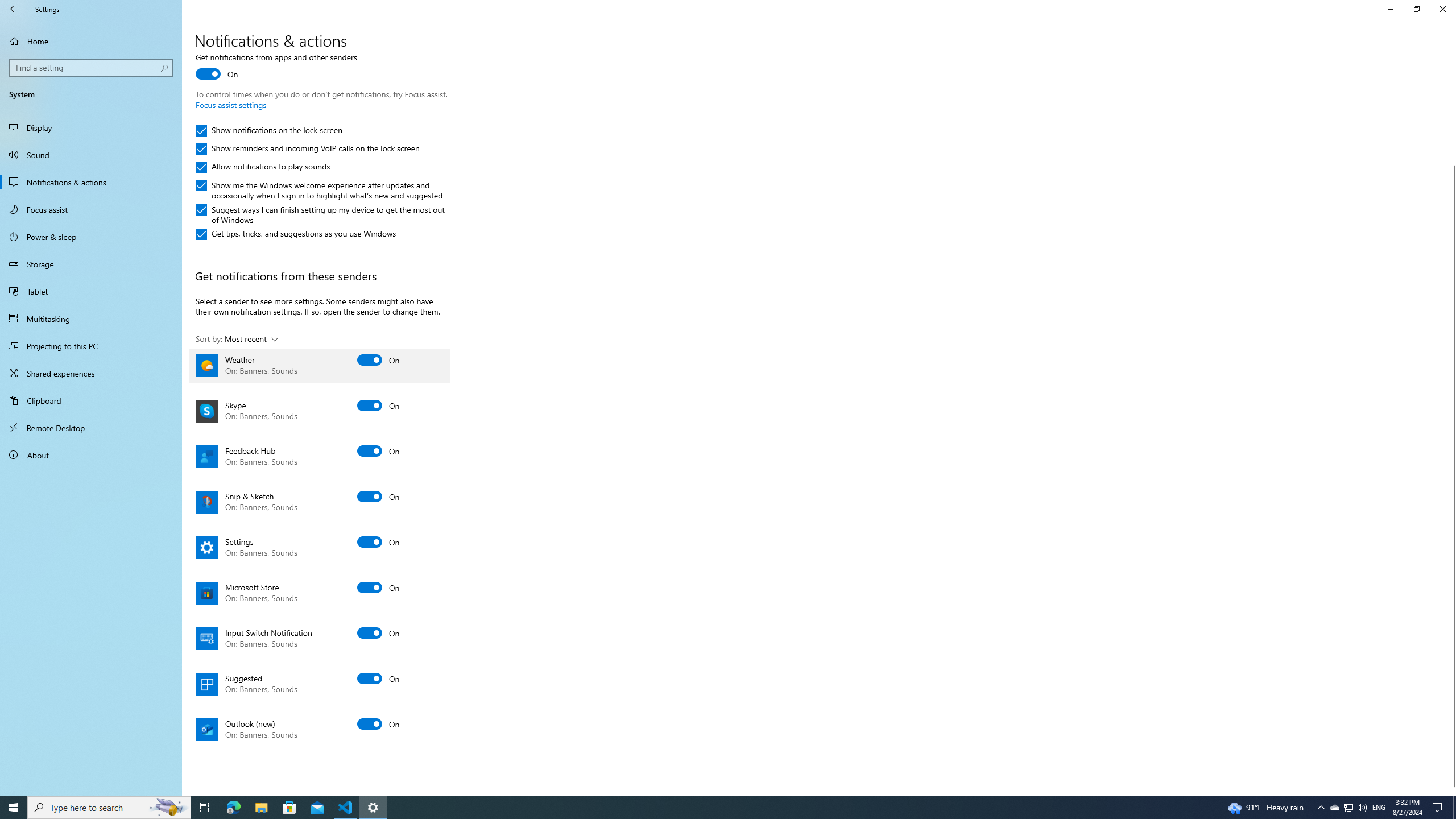 The width and height of the screenshot is (1456, 819). I want to click on 'Home', so click(90, 41).